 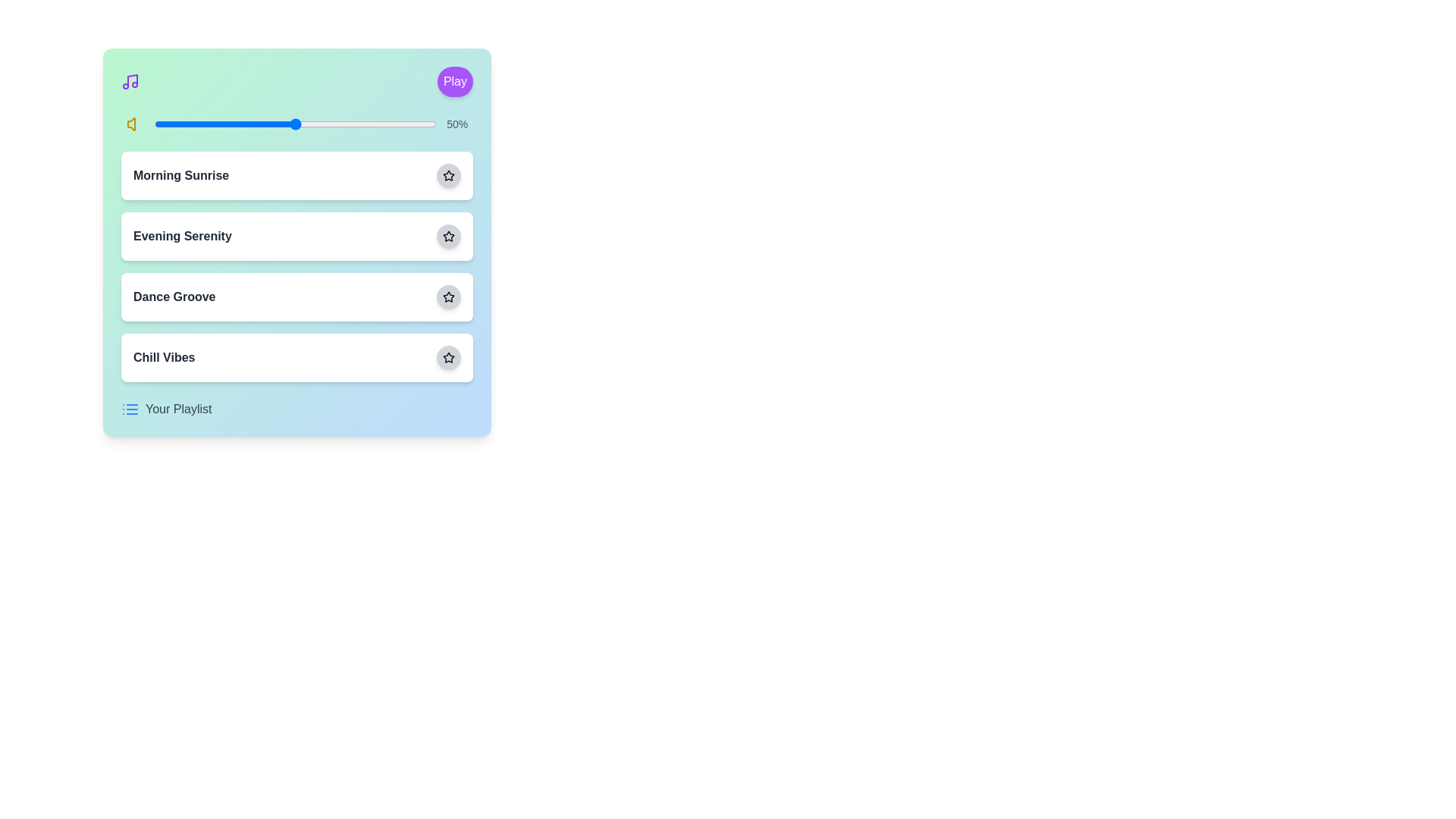 I want to click on the 'Evening Serenity' Content Card, so click(x=297, y=242).